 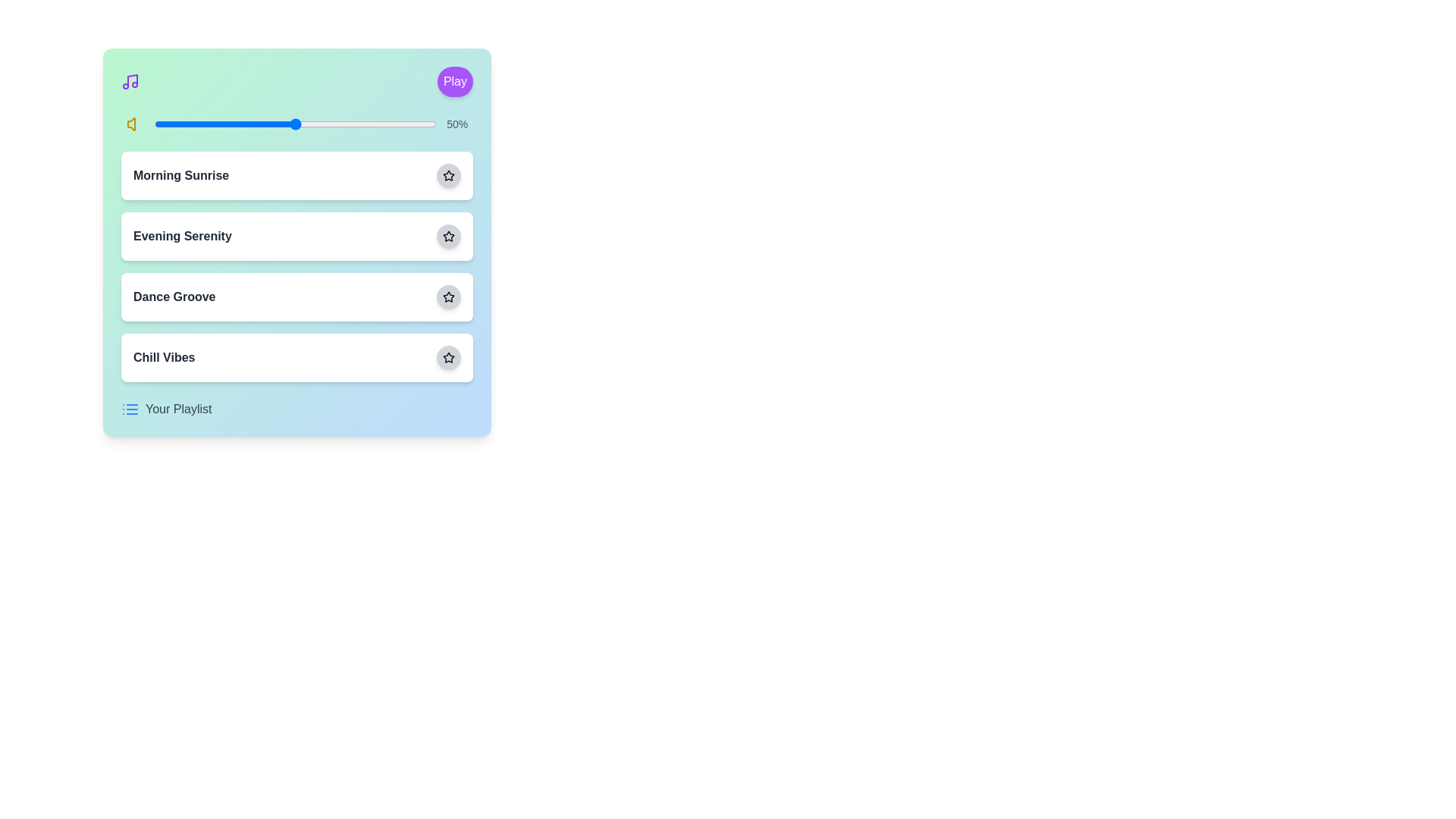 I want to click on the 'Evening Serenity' Content Card, so click(x=297, y=242).